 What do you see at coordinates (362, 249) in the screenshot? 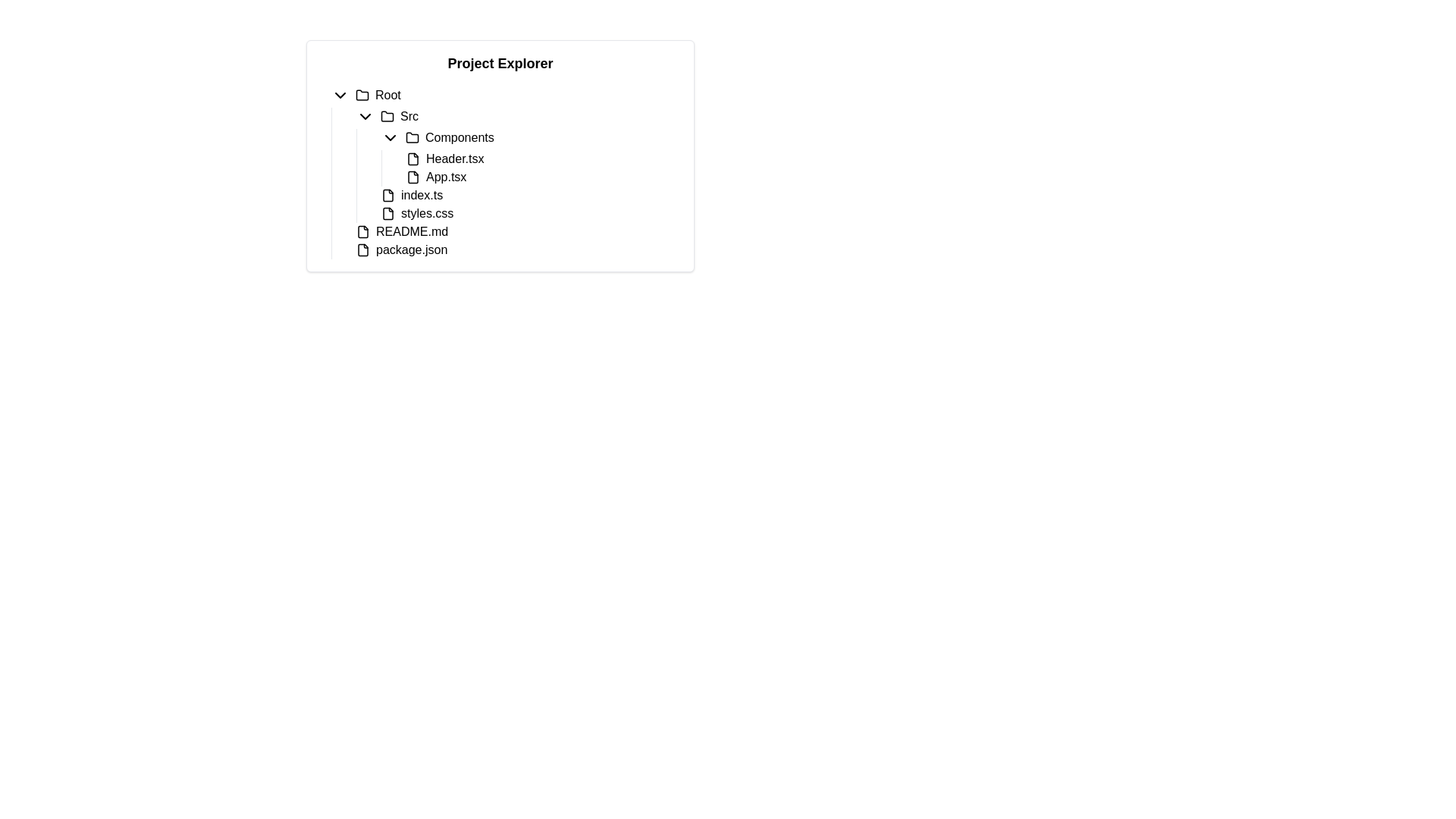
I see `the file icon representing 'package.json' in the Project Explorer section` at bounding box center [362, 249].